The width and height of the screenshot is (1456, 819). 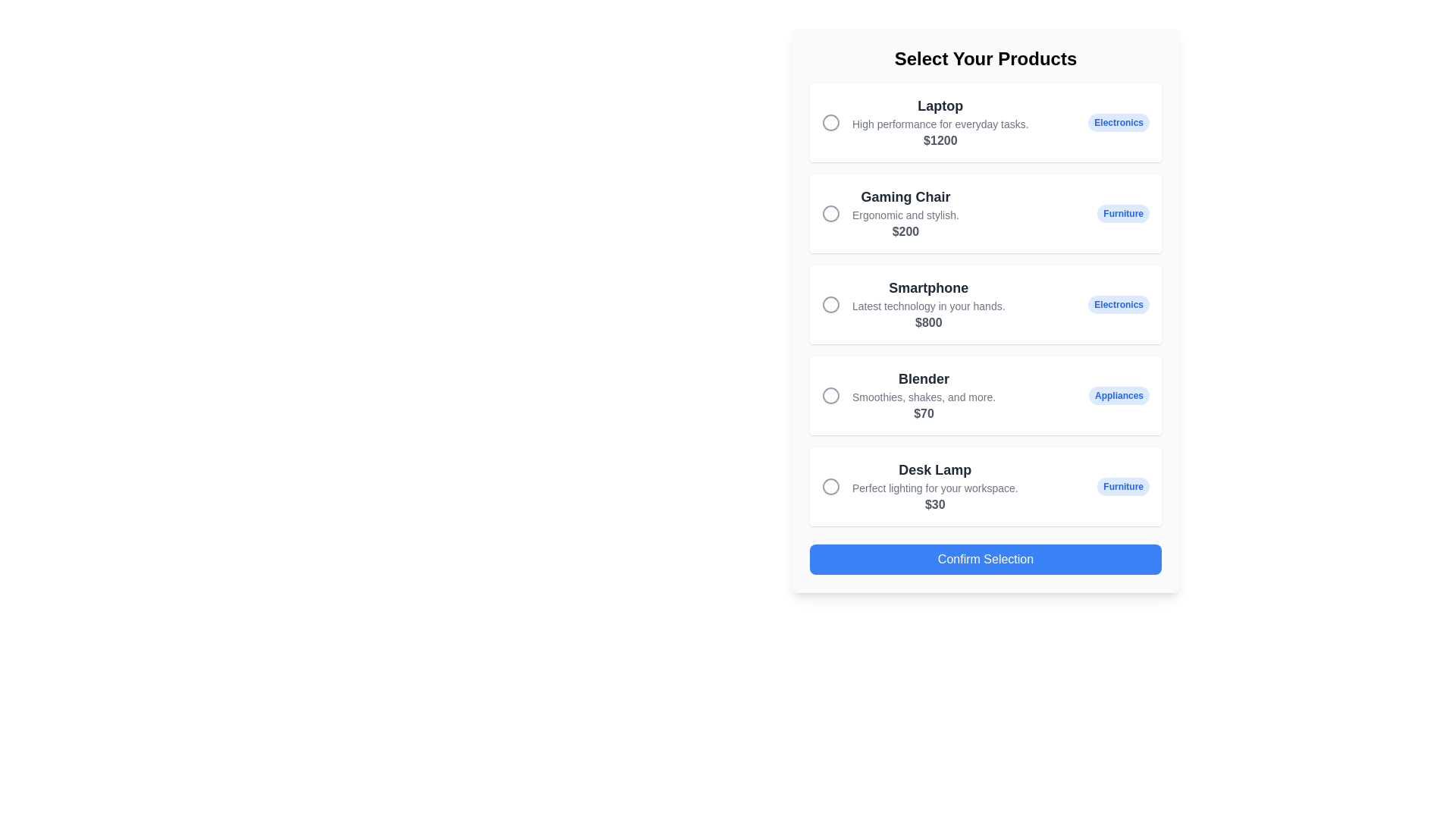 I want to click on 'Electronics' badge located in the topmost product listing card, styled with a light blue background and bold blue text, aligned with the price '$1200', so click(x=1119, y=122).